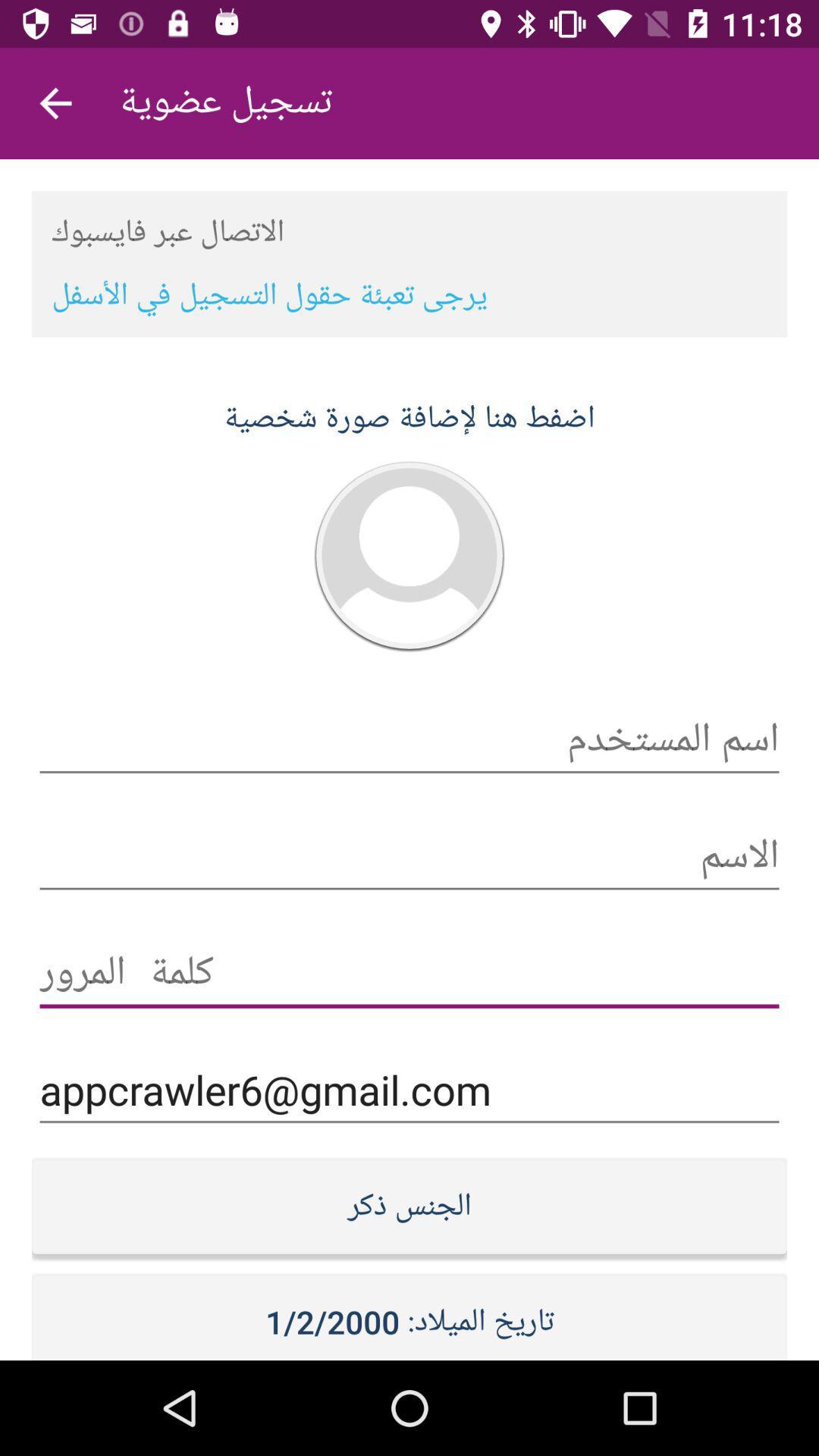 This screenshot has width=819, height=1456. What do you see at coordinates (409, 1089) in the screenshot?
I see `appcrawler6@gmail.com icon` at bounding box center [409, 1089].